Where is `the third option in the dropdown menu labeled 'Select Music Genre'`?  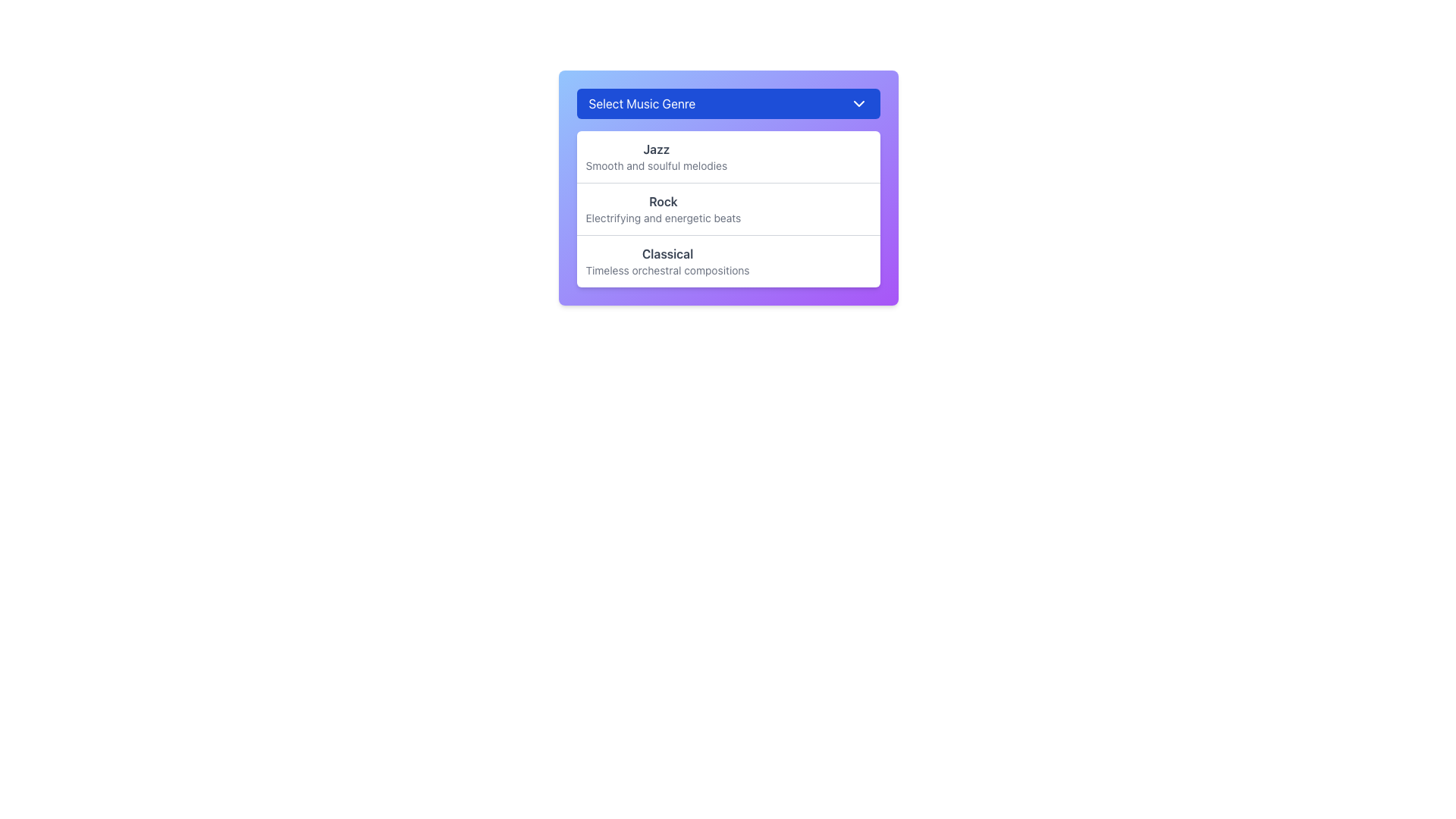
the third option in the dropdown menu labeled 'Select Music Genre' is located at coordinates (667, 260).